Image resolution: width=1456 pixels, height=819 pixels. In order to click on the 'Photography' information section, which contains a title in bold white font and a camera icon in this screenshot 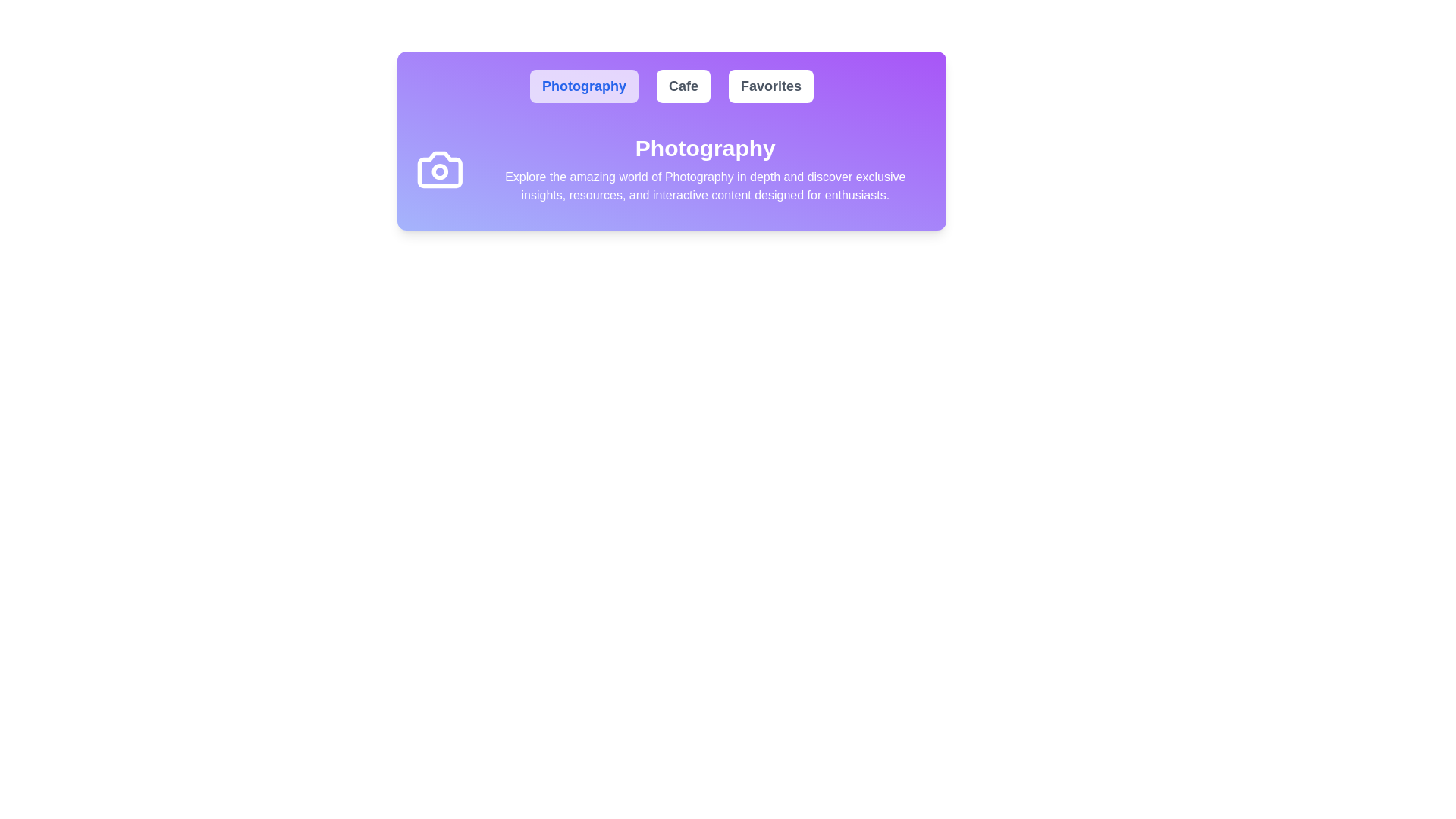, I will do `click(671, 169)`.